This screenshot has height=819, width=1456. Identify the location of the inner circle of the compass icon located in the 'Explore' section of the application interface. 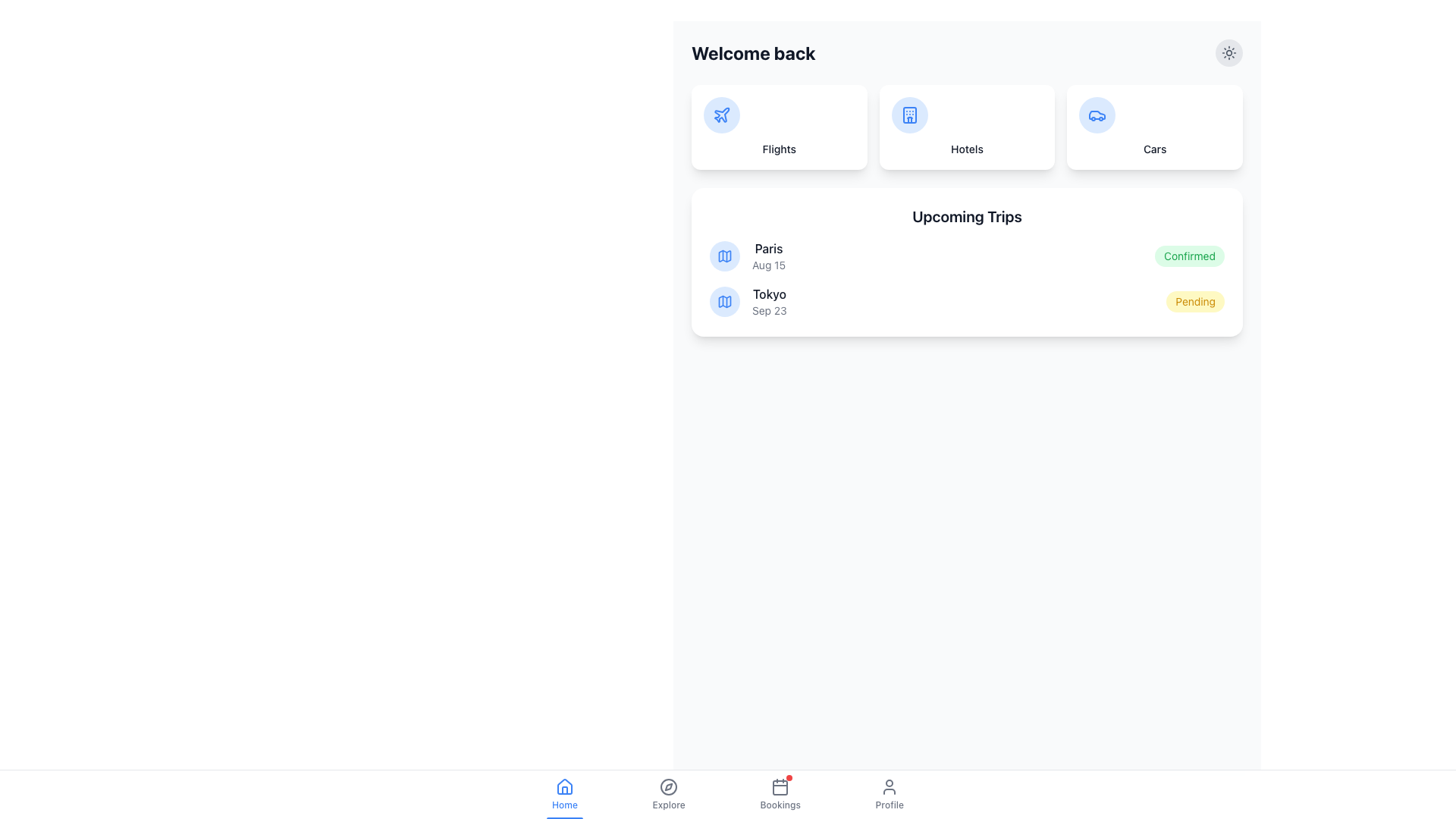
(668, 786).